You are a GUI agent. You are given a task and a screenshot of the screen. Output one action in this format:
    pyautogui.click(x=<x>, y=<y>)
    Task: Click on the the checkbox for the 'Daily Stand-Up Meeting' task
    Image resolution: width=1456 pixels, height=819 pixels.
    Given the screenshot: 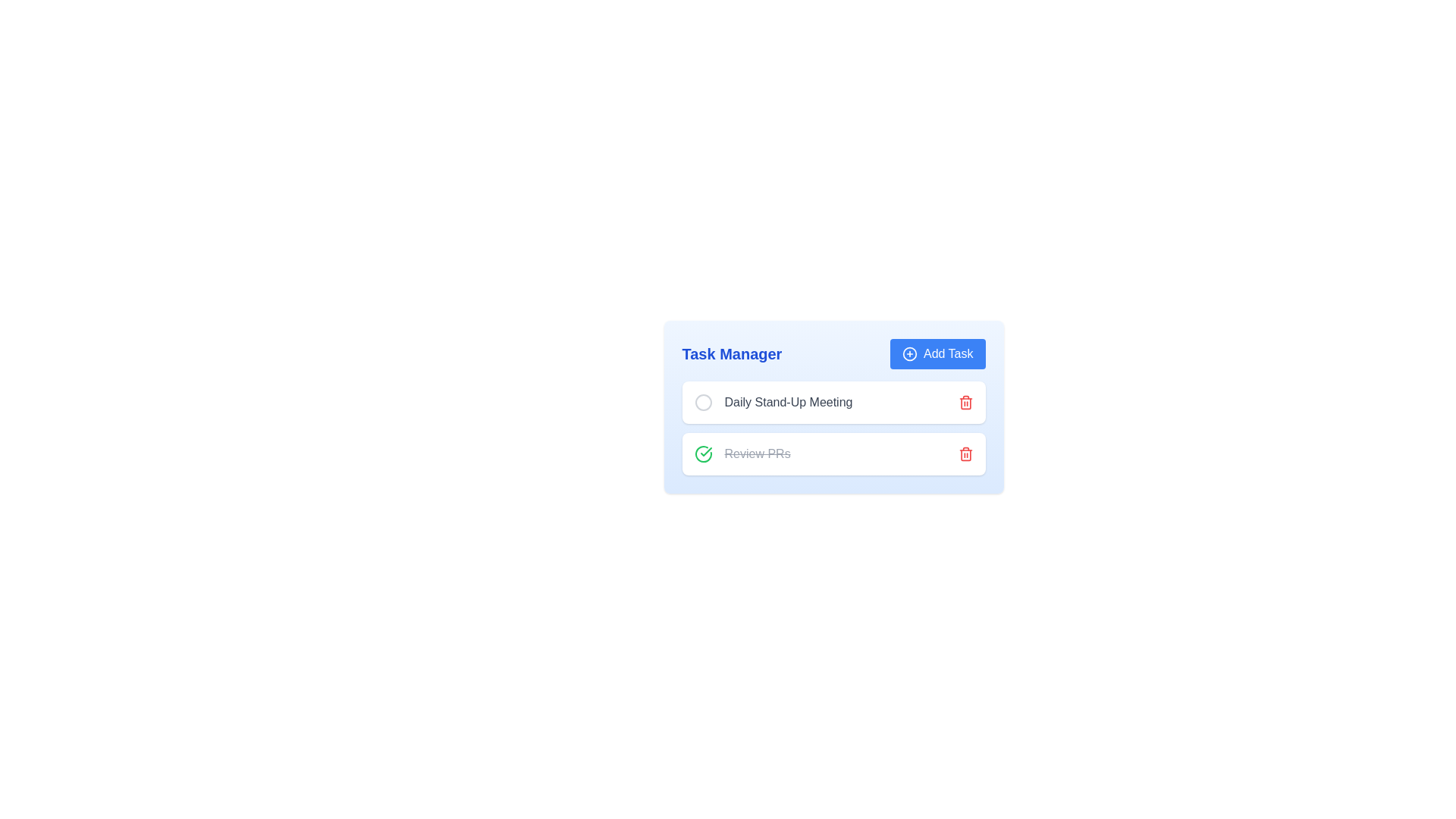 What is the action you would take?
    pyautogui.click(x=702, y=402)
    